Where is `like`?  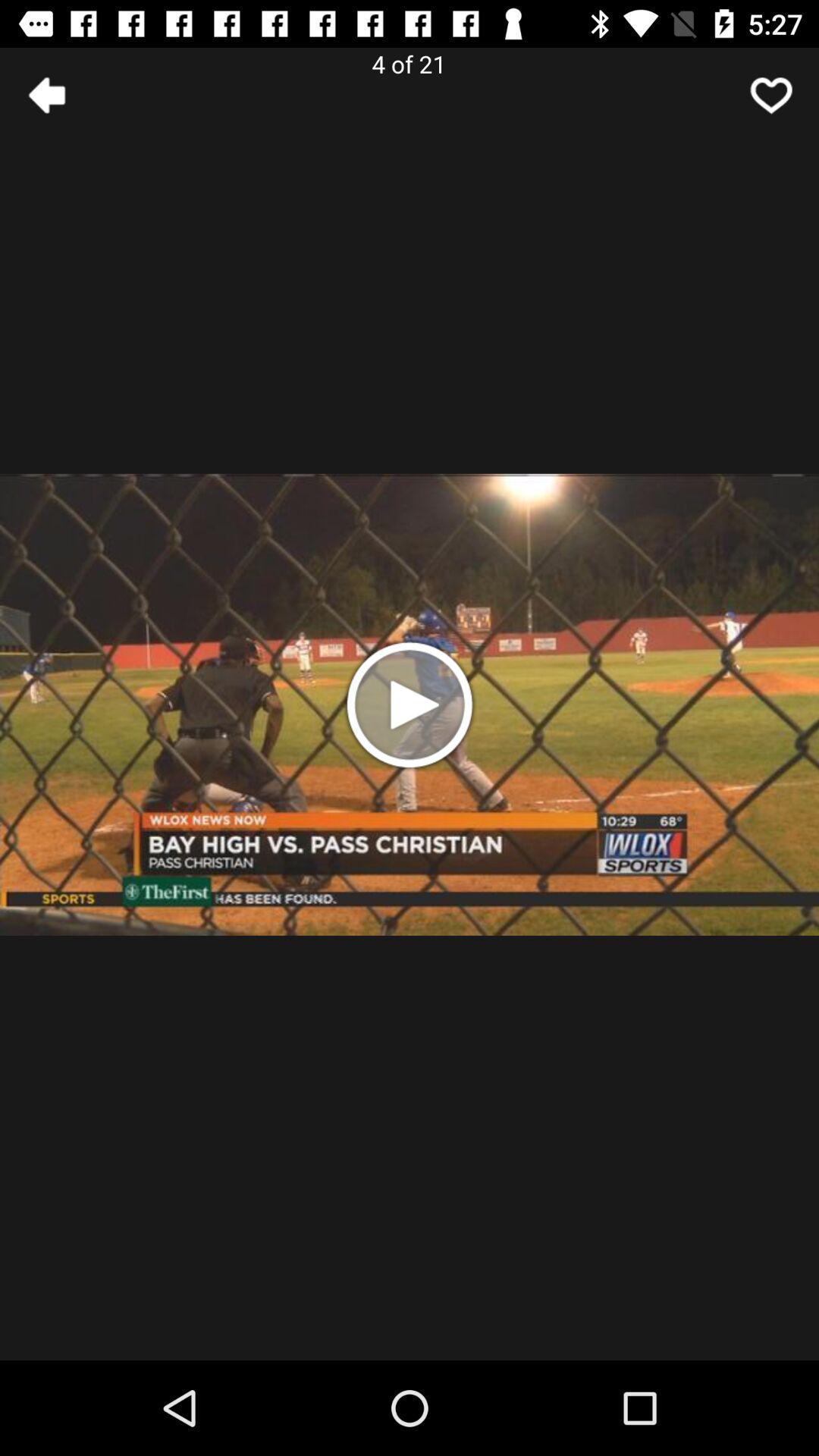
like is located at coordinates (771, 94).